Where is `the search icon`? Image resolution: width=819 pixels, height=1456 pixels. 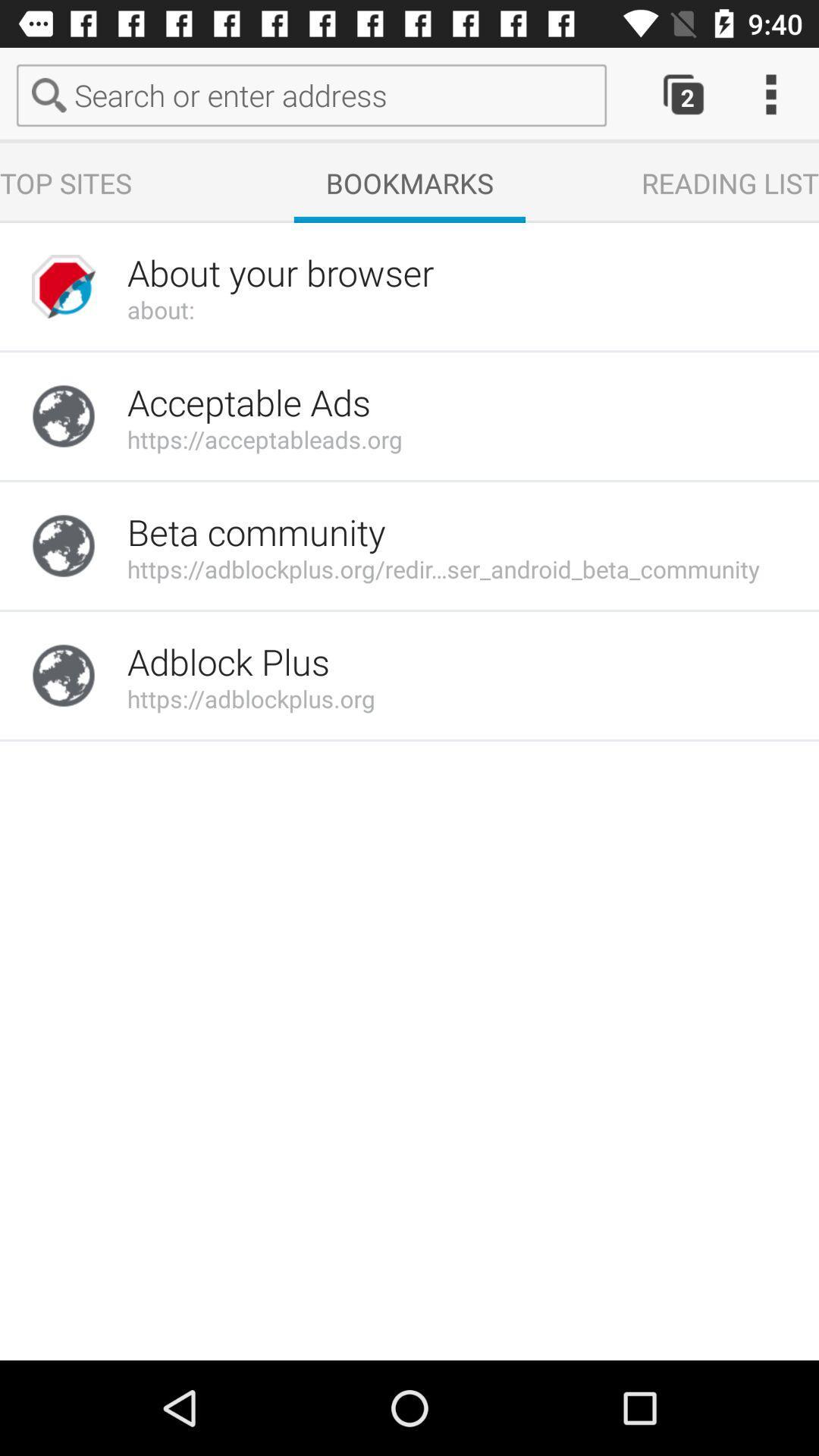
the search icon is located at coordinates (52, 94).